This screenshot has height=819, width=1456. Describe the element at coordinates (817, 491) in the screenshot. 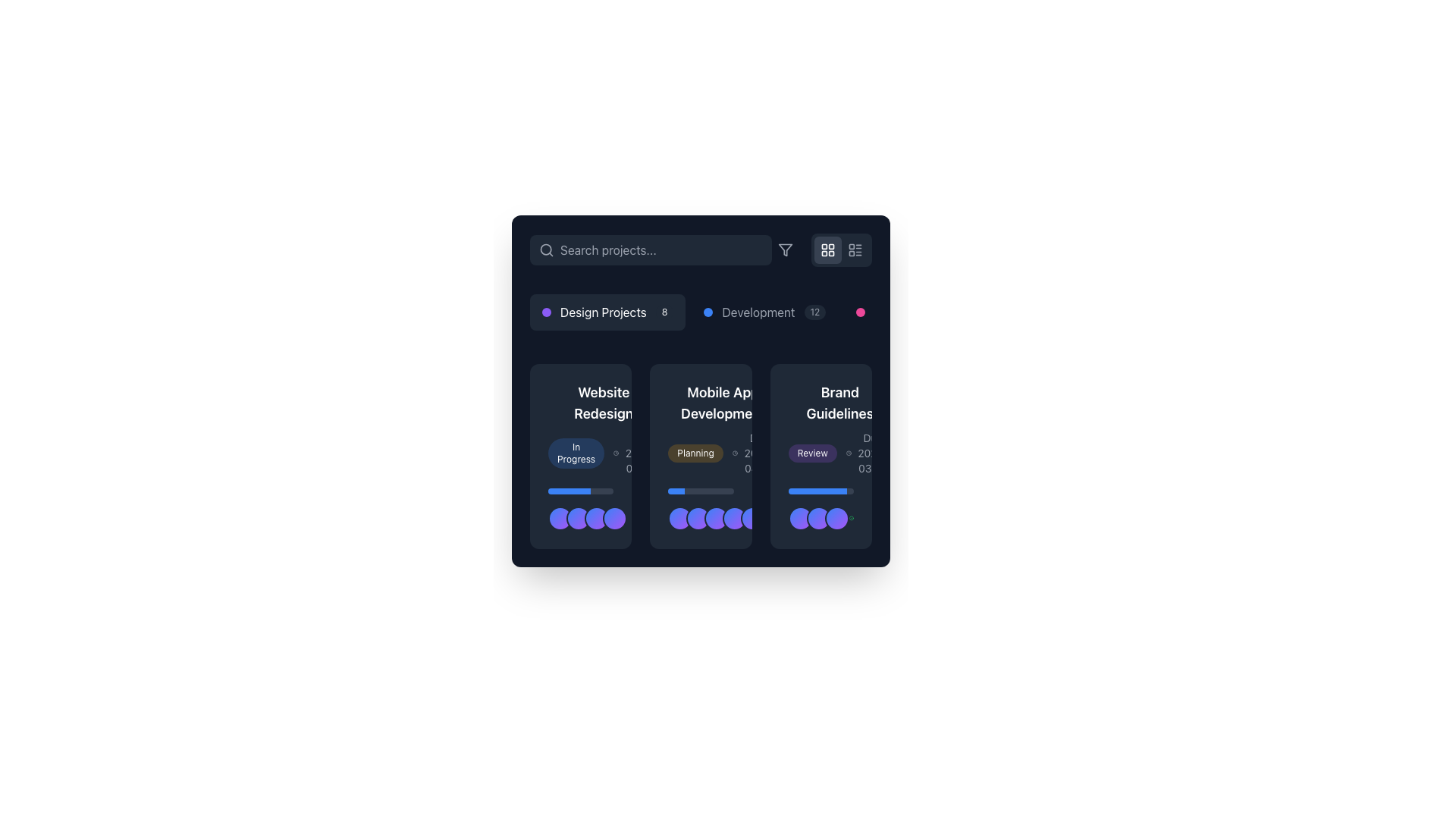

I see `the progress bar located within the third card in the interface, which visually indicates progress or percentage completion beneath the 'Review' section` at that location.